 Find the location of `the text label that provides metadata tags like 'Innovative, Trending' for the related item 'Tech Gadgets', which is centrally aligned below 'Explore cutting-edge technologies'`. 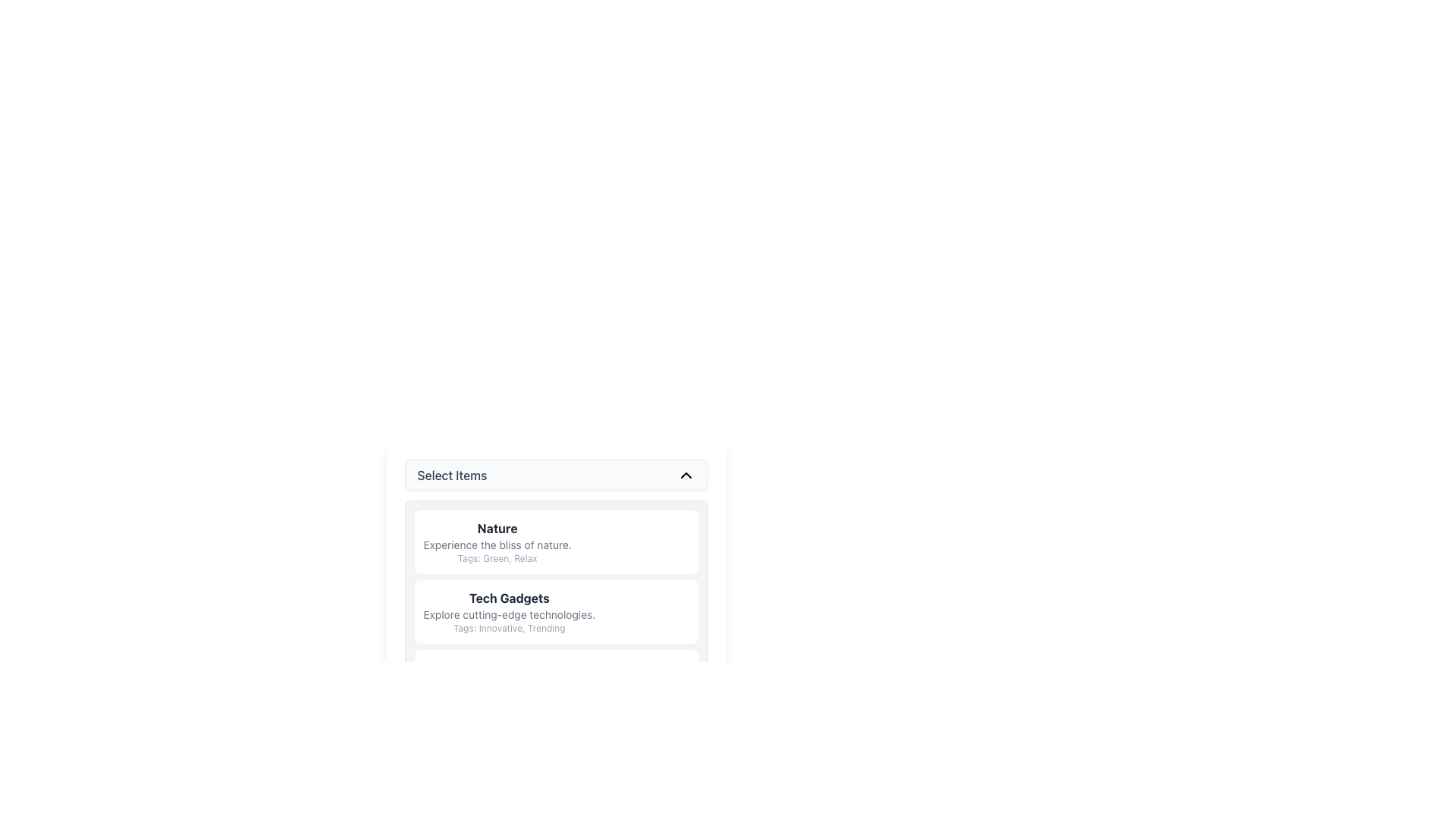

the text label that provides metadata tags like 'Innovative, Trending' for the related item 'Tech Gadgets', which is centrally aligned below 'Explore cutting-edge technologies' is located at coordinates (509, 629).